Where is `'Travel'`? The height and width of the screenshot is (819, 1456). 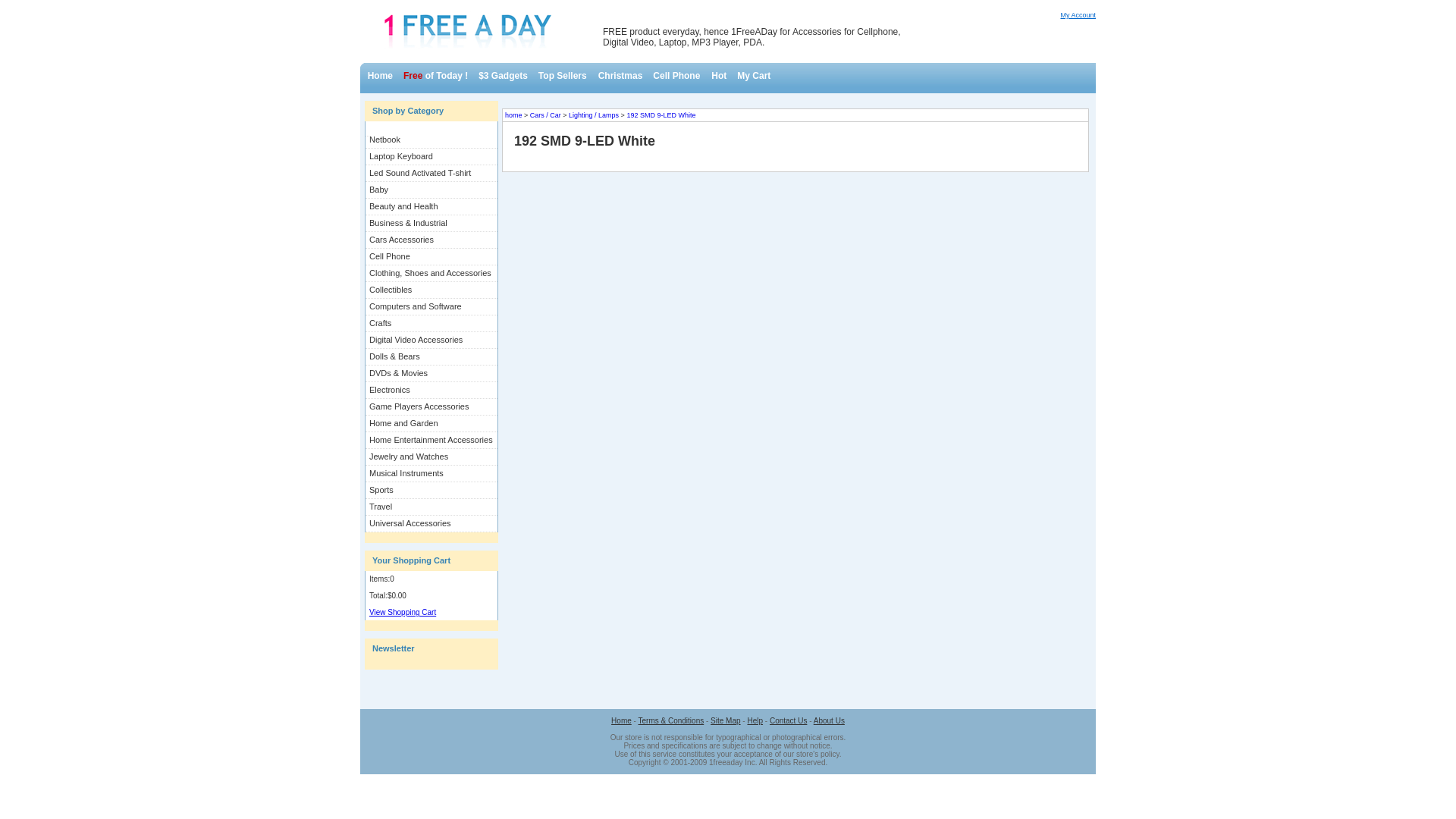 'Travel' is located at coordinates (432, 506).